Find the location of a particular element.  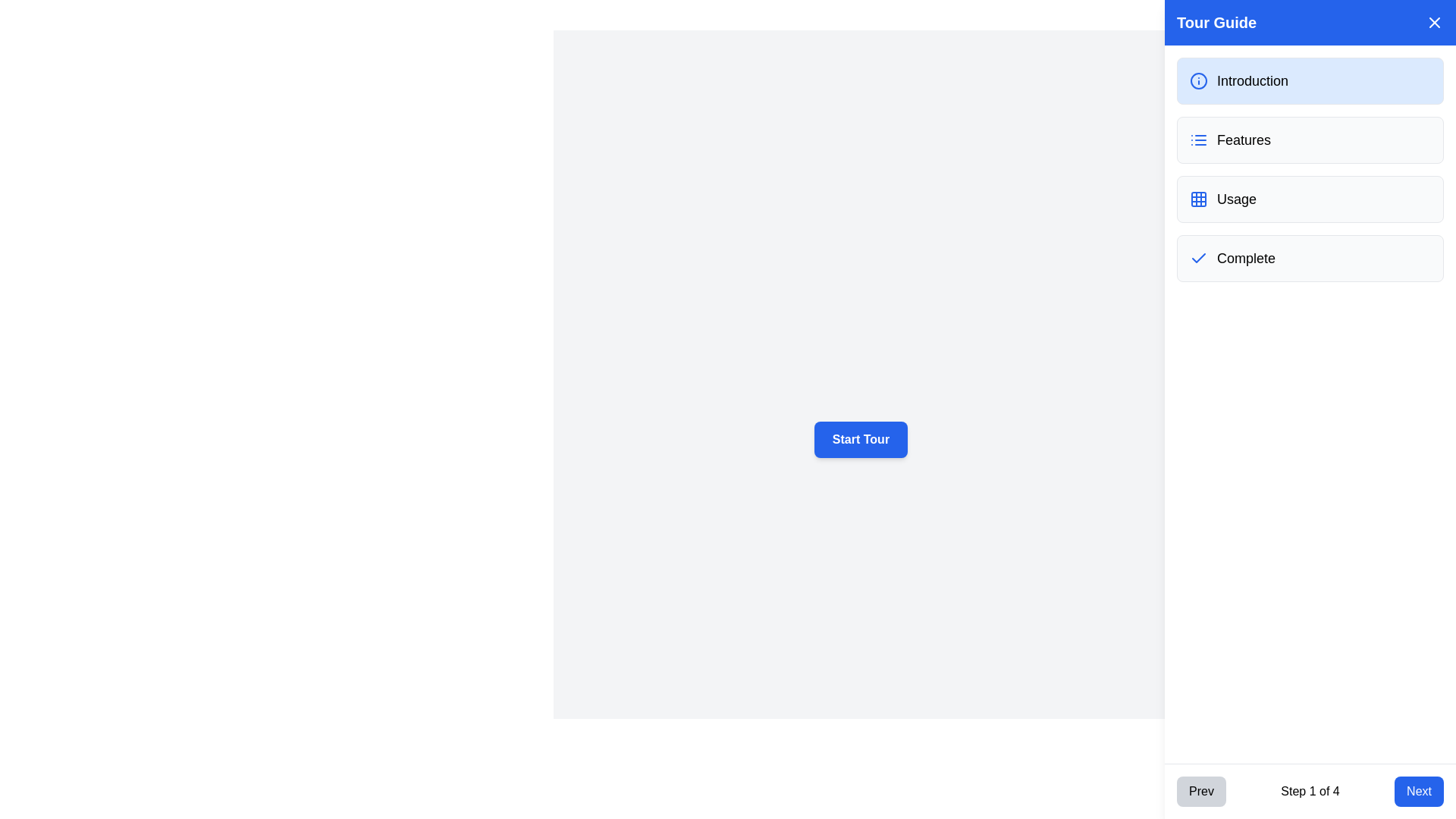

the blue checkmark icon indicating completion or approval, located next to 'Introduction' in the top menu is located at coordinates (1197, 256).